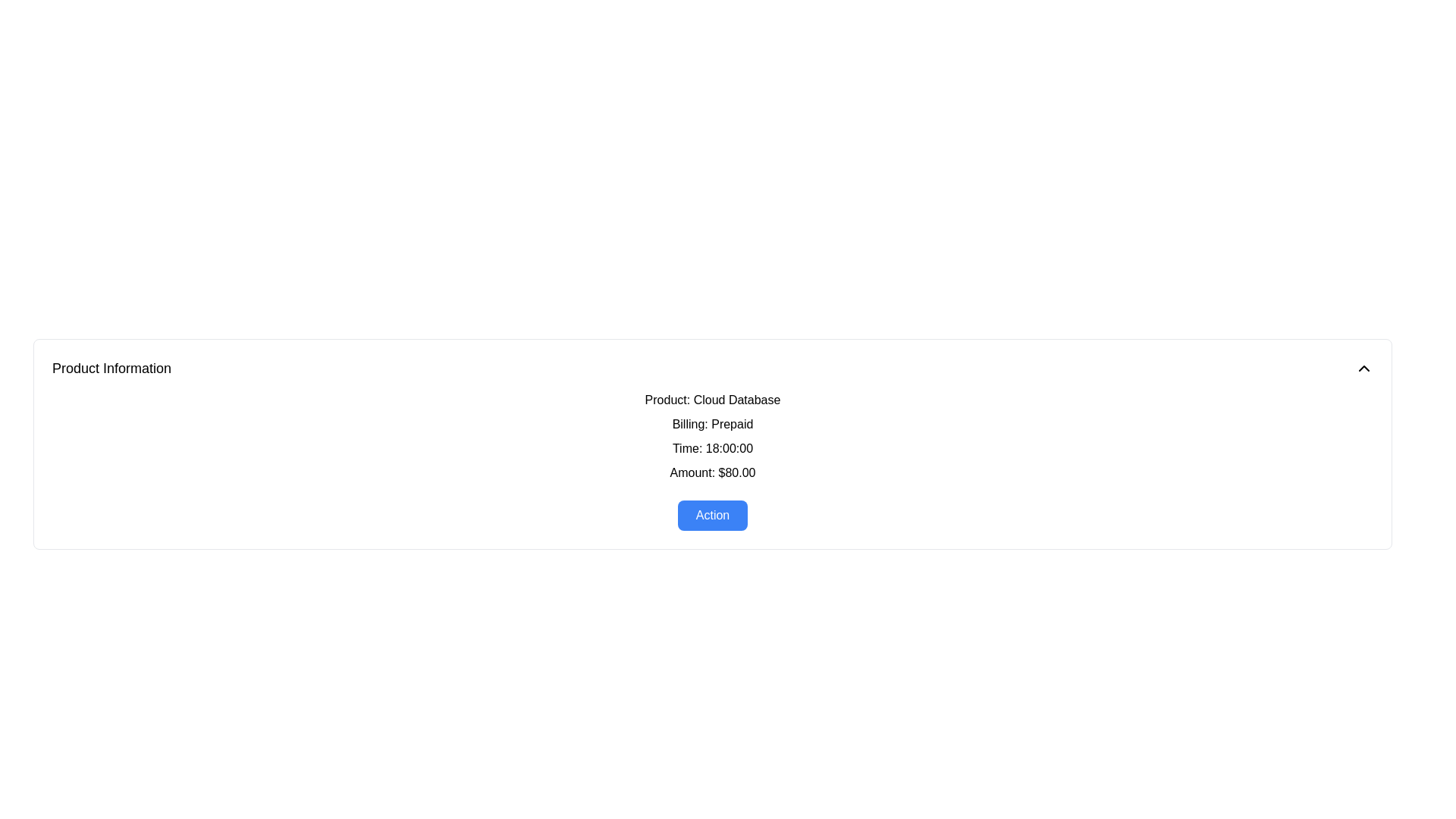  Describe the element at coordinates (712, 400) in the screenshot. I see `the informational text label displaying 'Cloud Database' located in the top-left corner of the card, above the 'Billing' field` at that location.